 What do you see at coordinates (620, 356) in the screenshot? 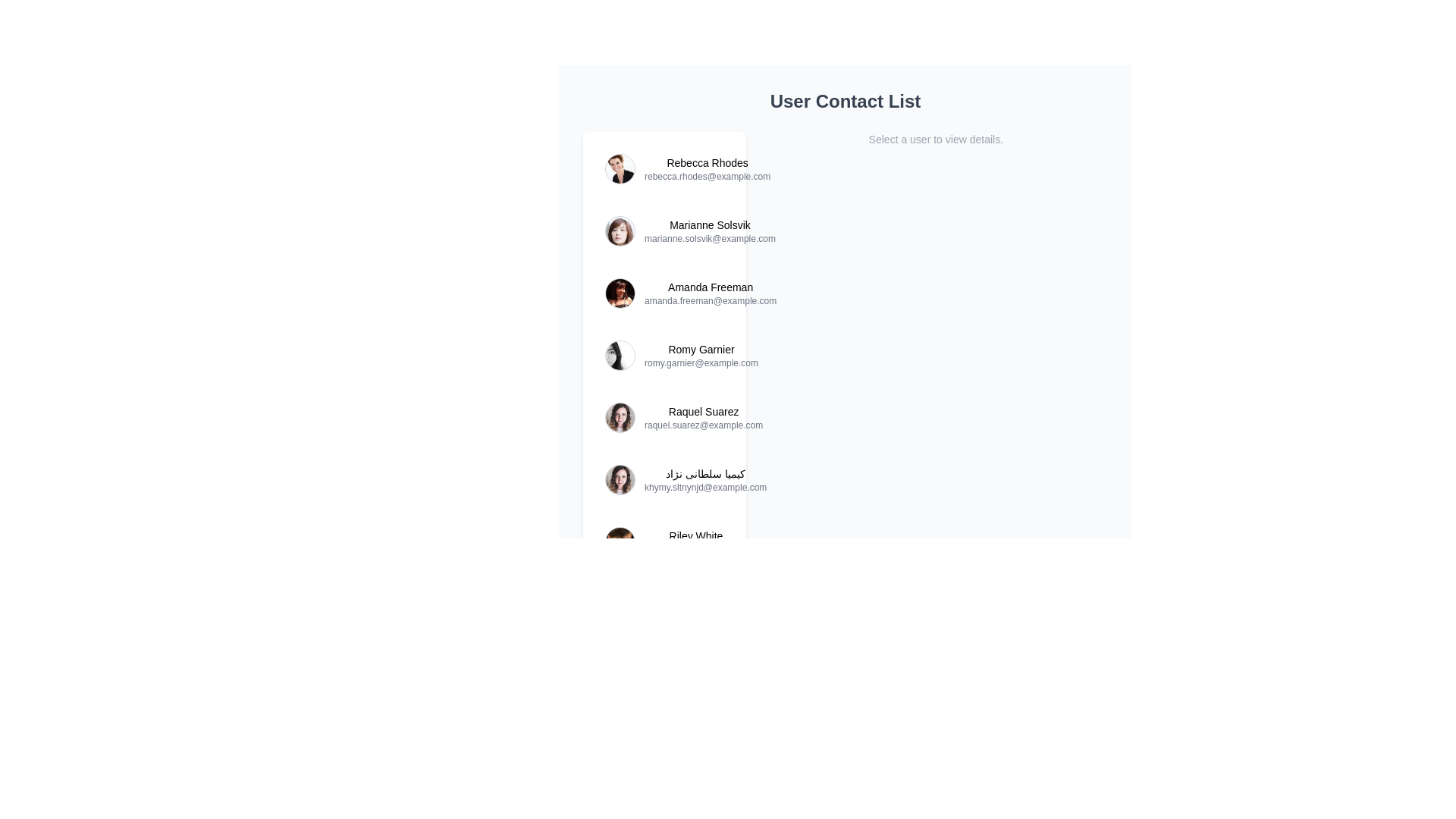
I see `the image to the left of the user name 'Romy Garnier' in the fourth row of the contact list` at bounding box center [620, 356].